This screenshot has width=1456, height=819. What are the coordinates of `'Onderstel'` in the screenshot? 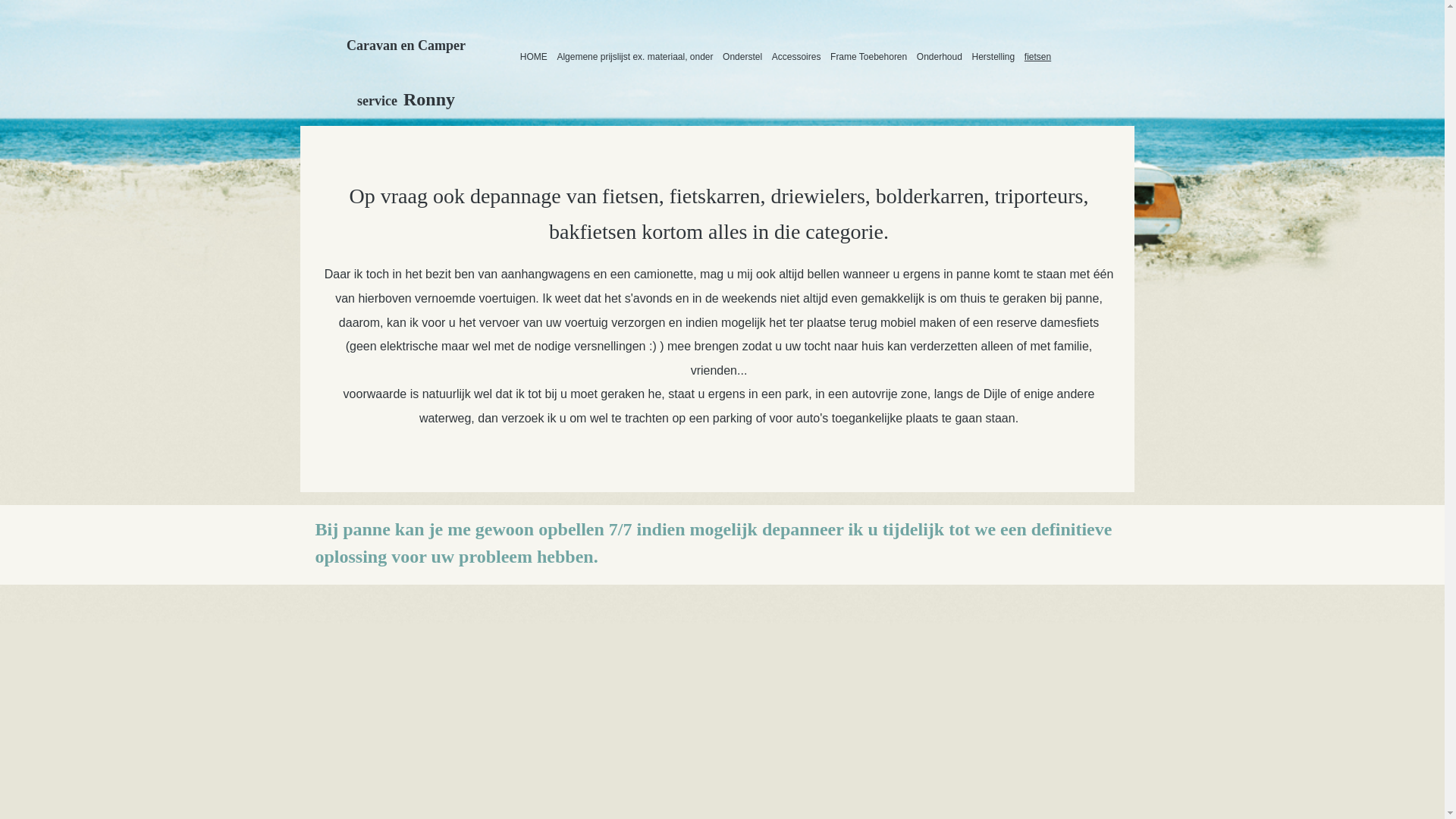 It's located at (742, 55).